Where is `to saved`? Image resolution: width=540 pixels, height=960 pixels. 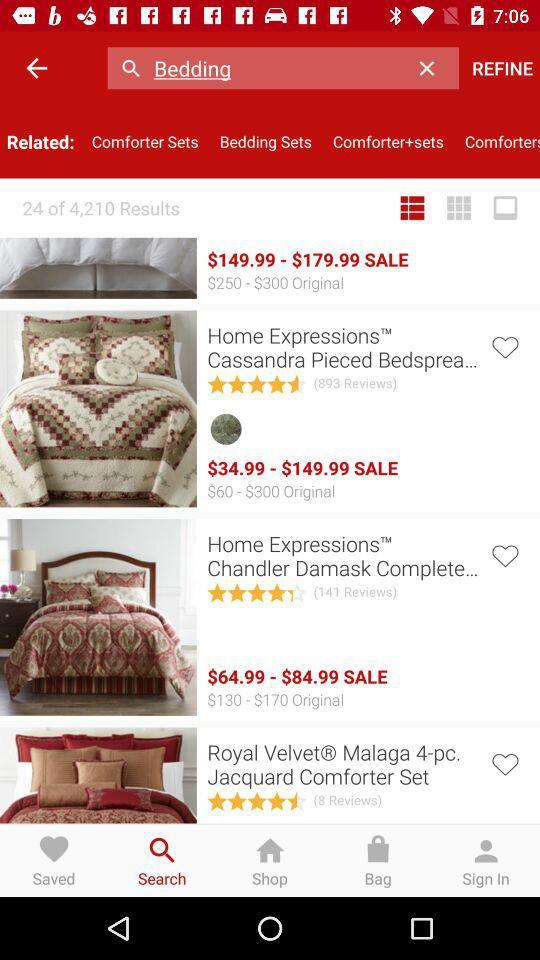
to saved is located at coordinates (503, 345).